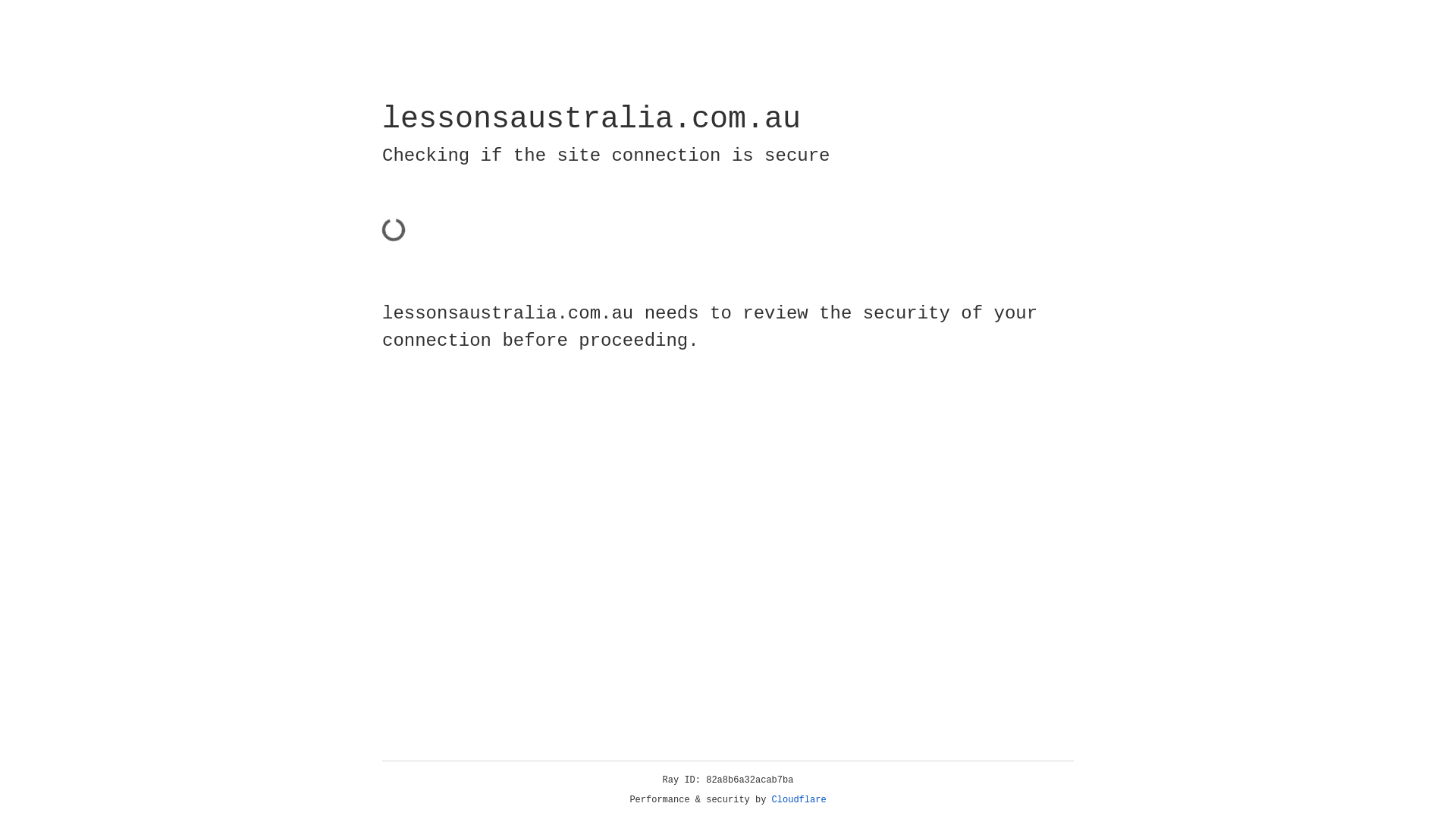 The width and height of the screenshot is (1456, 819). I want to click on 'Cloudflare', so click(799, 799).